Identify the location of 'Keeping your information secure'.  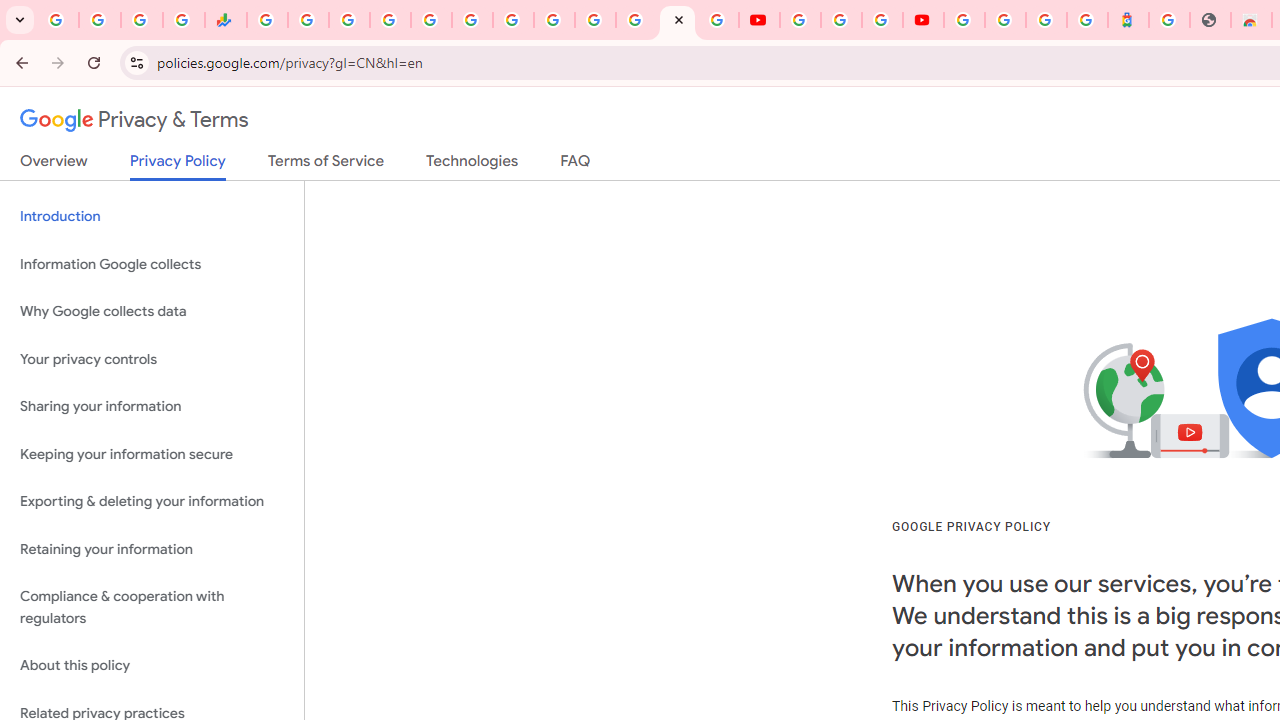
(151, 454).